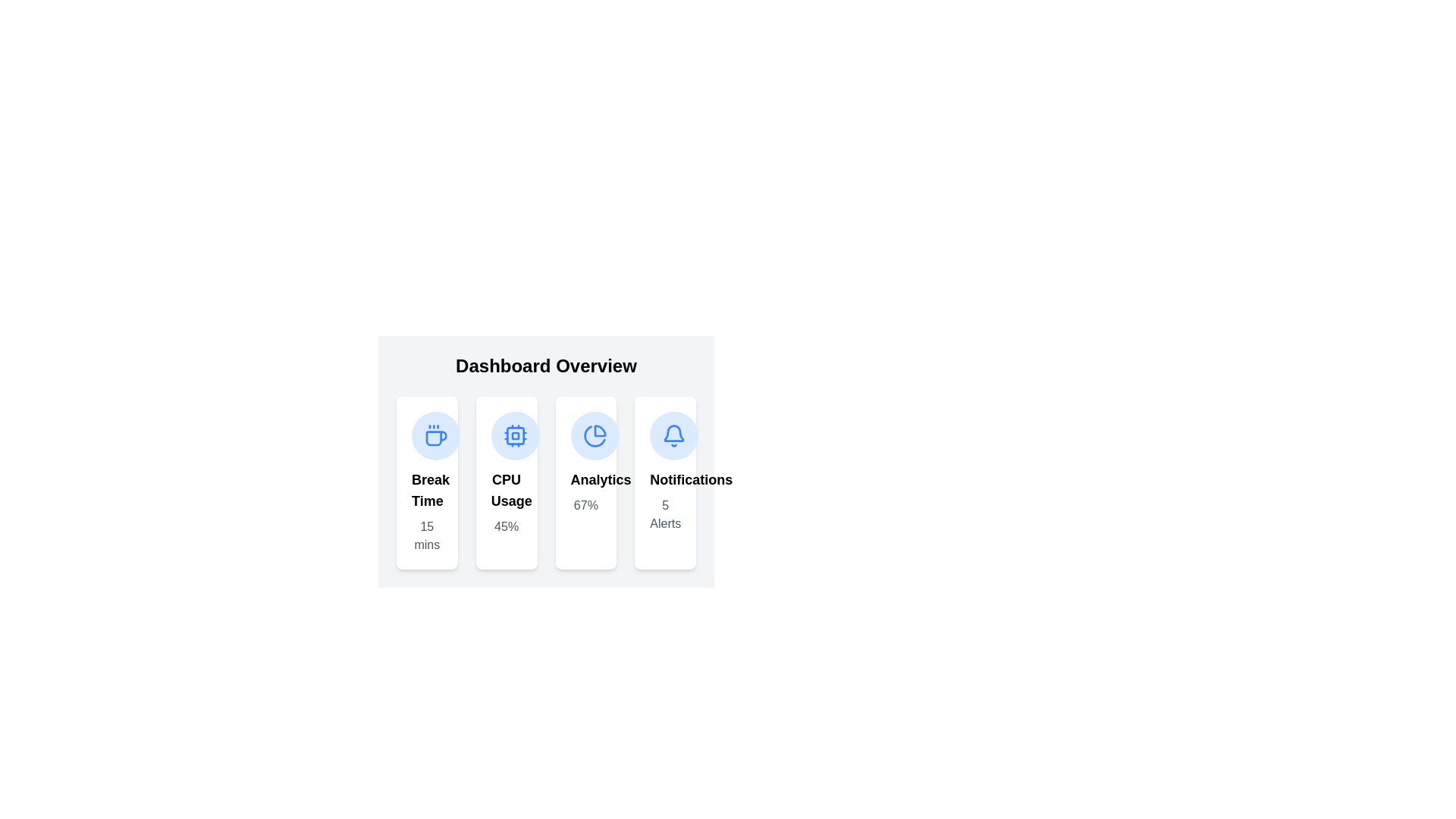 This screenshot has width=1456, height=819. Describe the element at coordinates (665, 479) in the screenshot. I see `the text label indicating notifications located in the fourth column of the grid layout under 'Dashboard Overview', positioned above '5 Alerts'` at that location.